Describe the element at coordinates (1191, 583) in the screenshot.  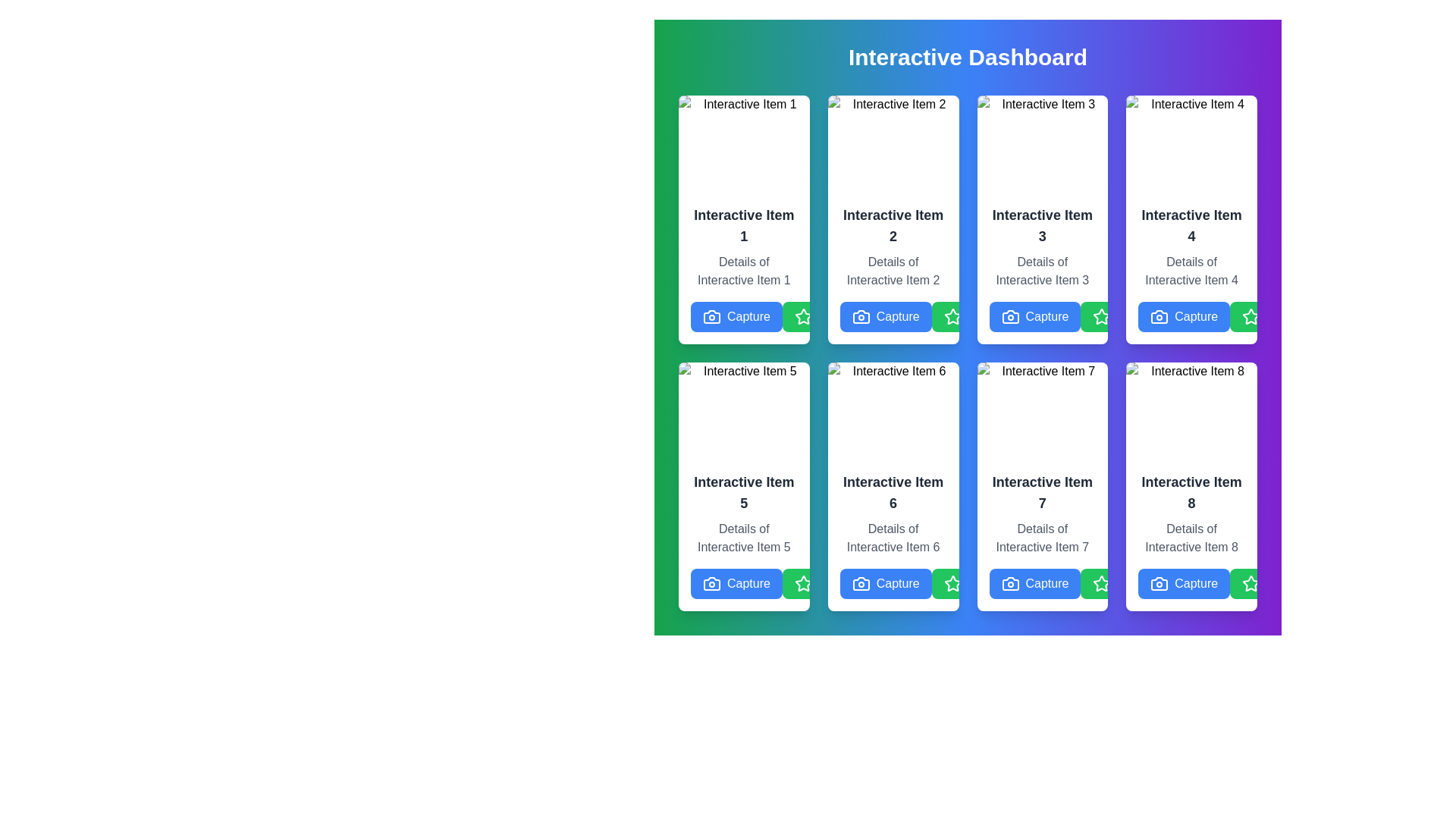
I see `the blue rounded rectangular button labeled 'Capture'` at that location.